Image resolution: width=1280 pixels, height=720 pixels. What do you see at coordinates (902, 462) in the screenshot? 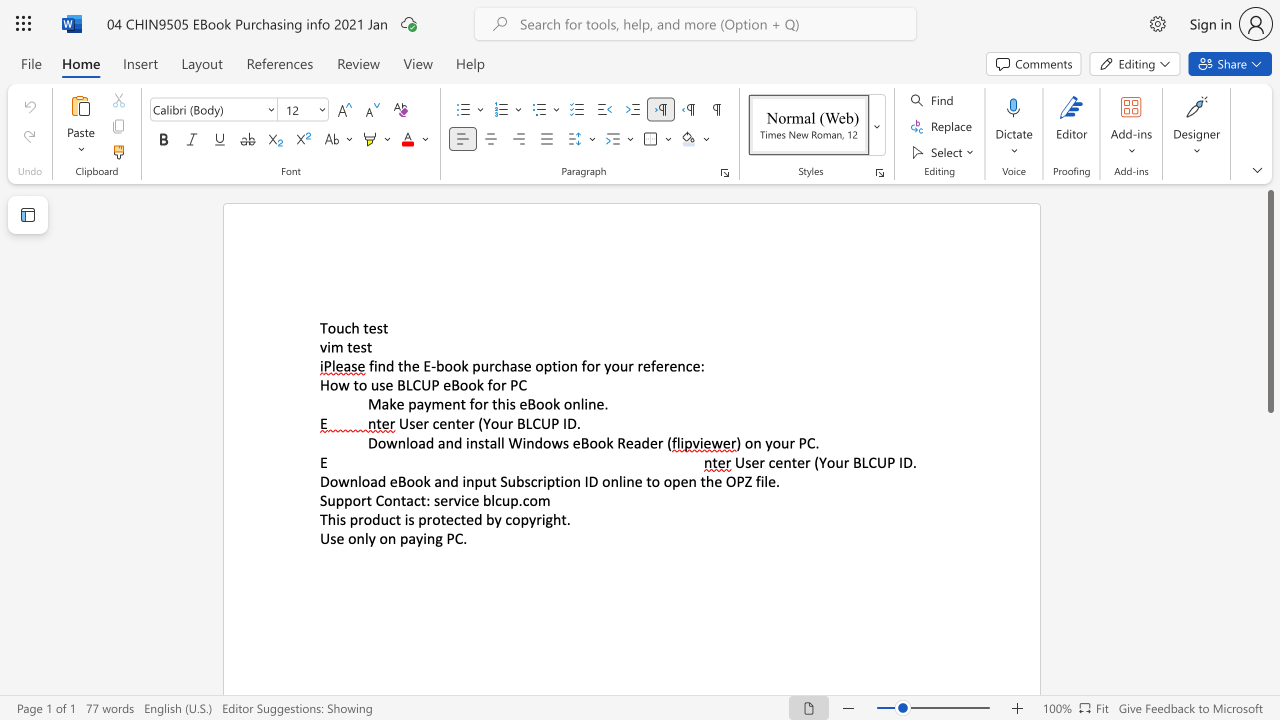
I see `the subset text "D." within the text "User center (Your BLCUP ID."` at bounding box center [902, 462].